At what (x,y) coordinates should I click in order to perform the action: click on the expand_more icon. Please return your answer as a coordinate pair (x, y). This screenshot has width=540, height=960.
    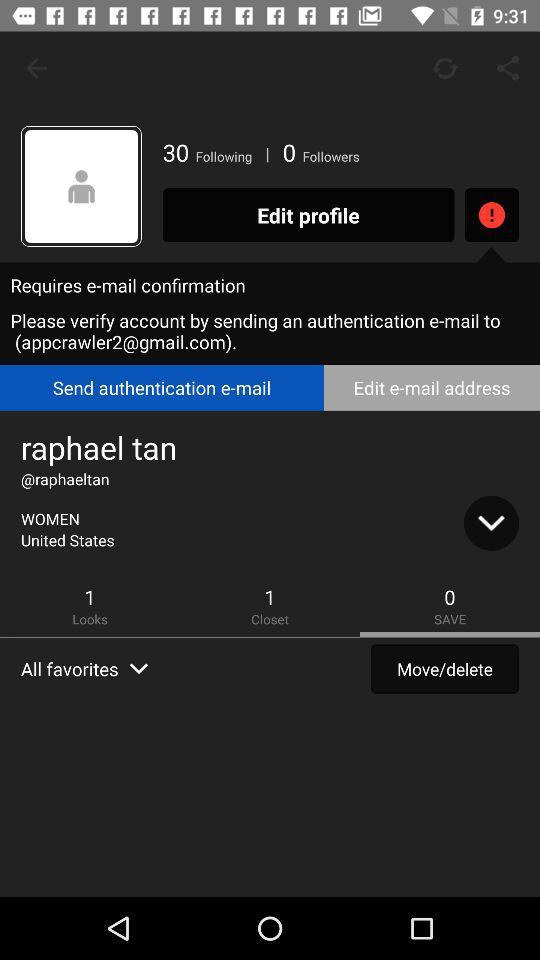
    Looking at the image, I should click on (490, 522).